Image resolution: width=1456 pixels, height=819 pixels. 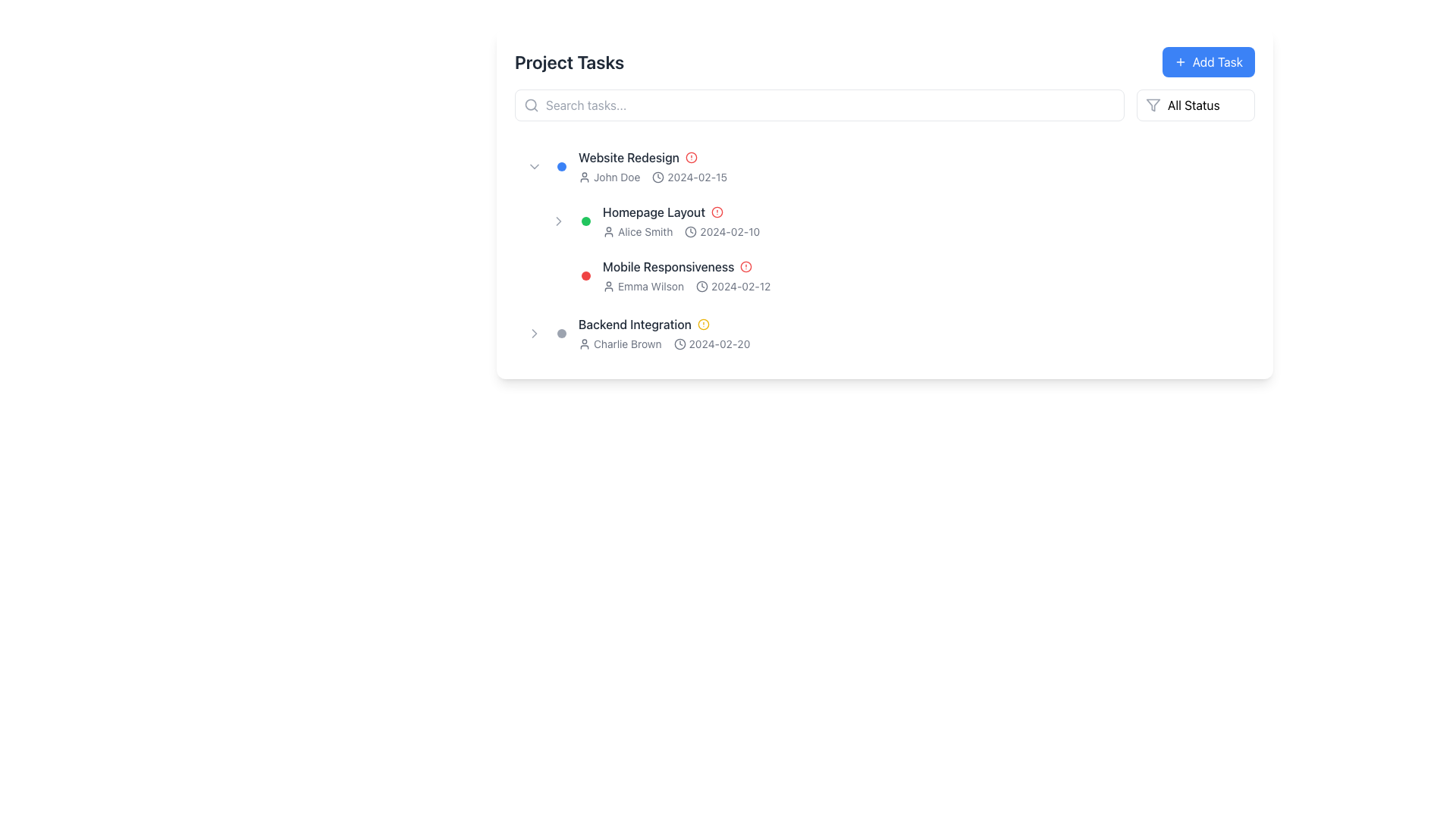 I want to click on the date label '2024-02-20' next to the clock icon in the 'Backend Integration' task section, so click(x=711, y=344).